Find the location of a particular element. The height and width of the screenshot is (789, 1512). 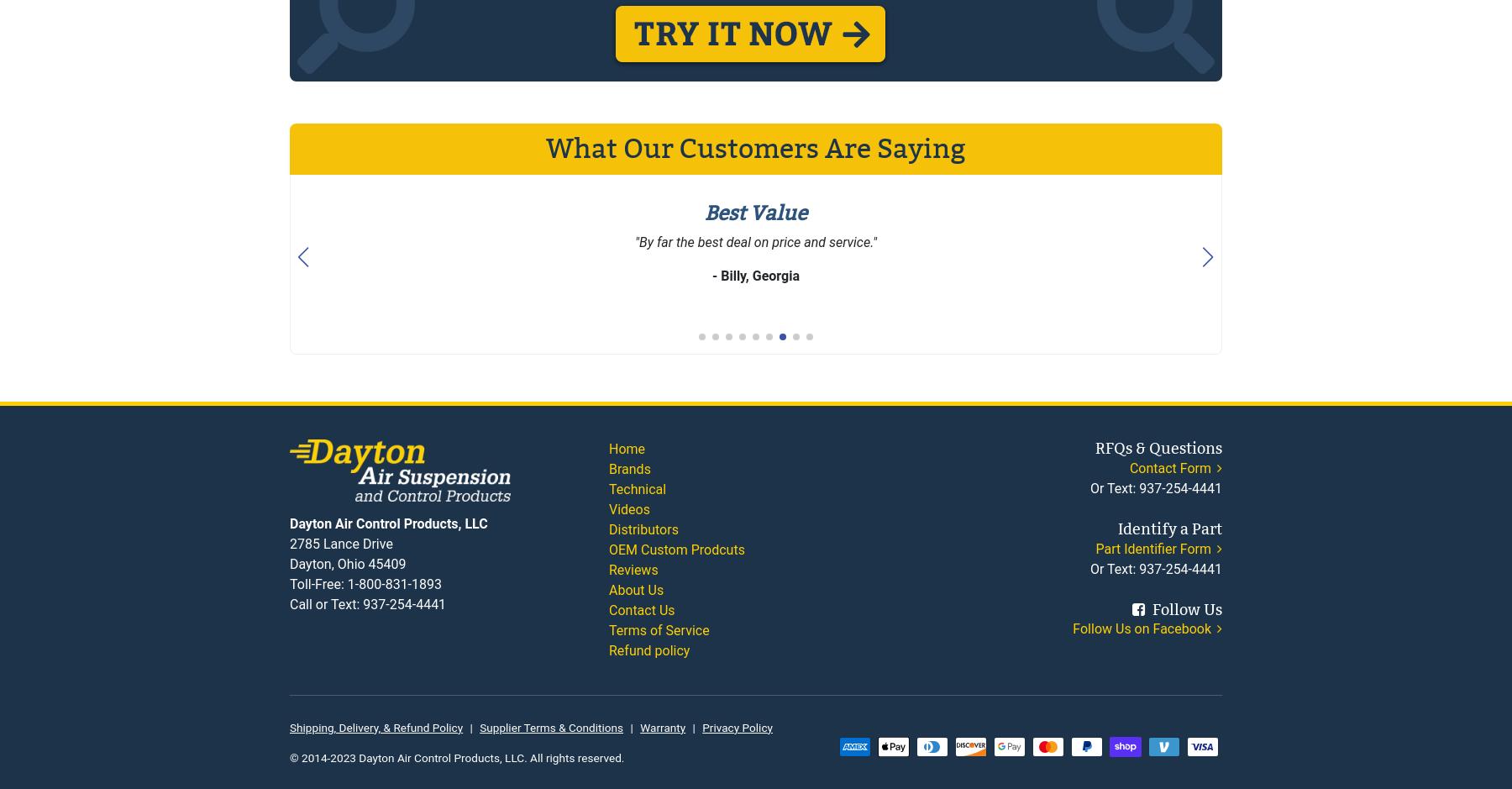

'About Us' is located at coordinates (635, 588).